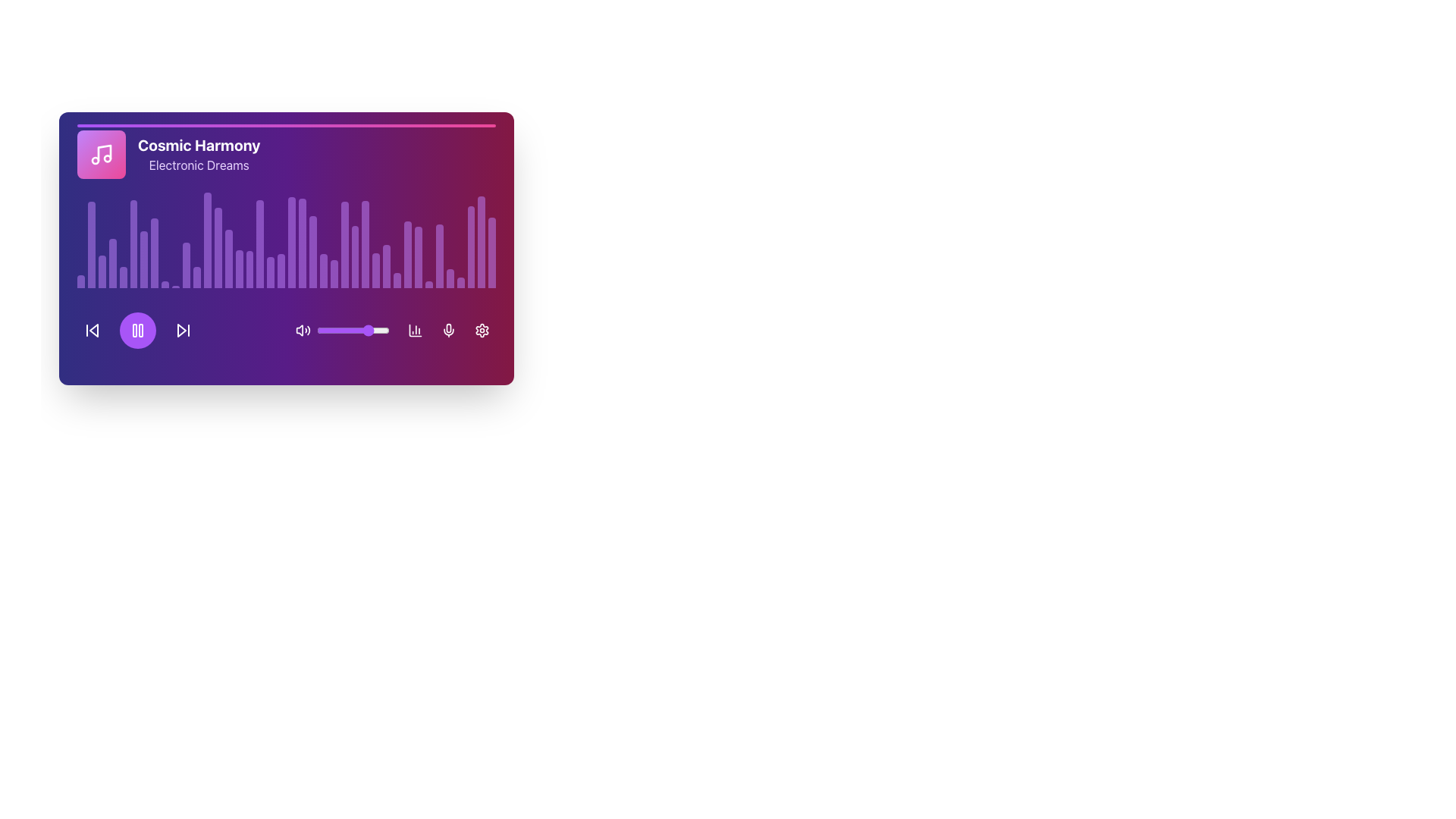  What do you see at coordinates (438, 255) in the screenshot?
I see `the 36th vertical purple gradient bar in the audio equalizer display` at bounding box center [438, 255].